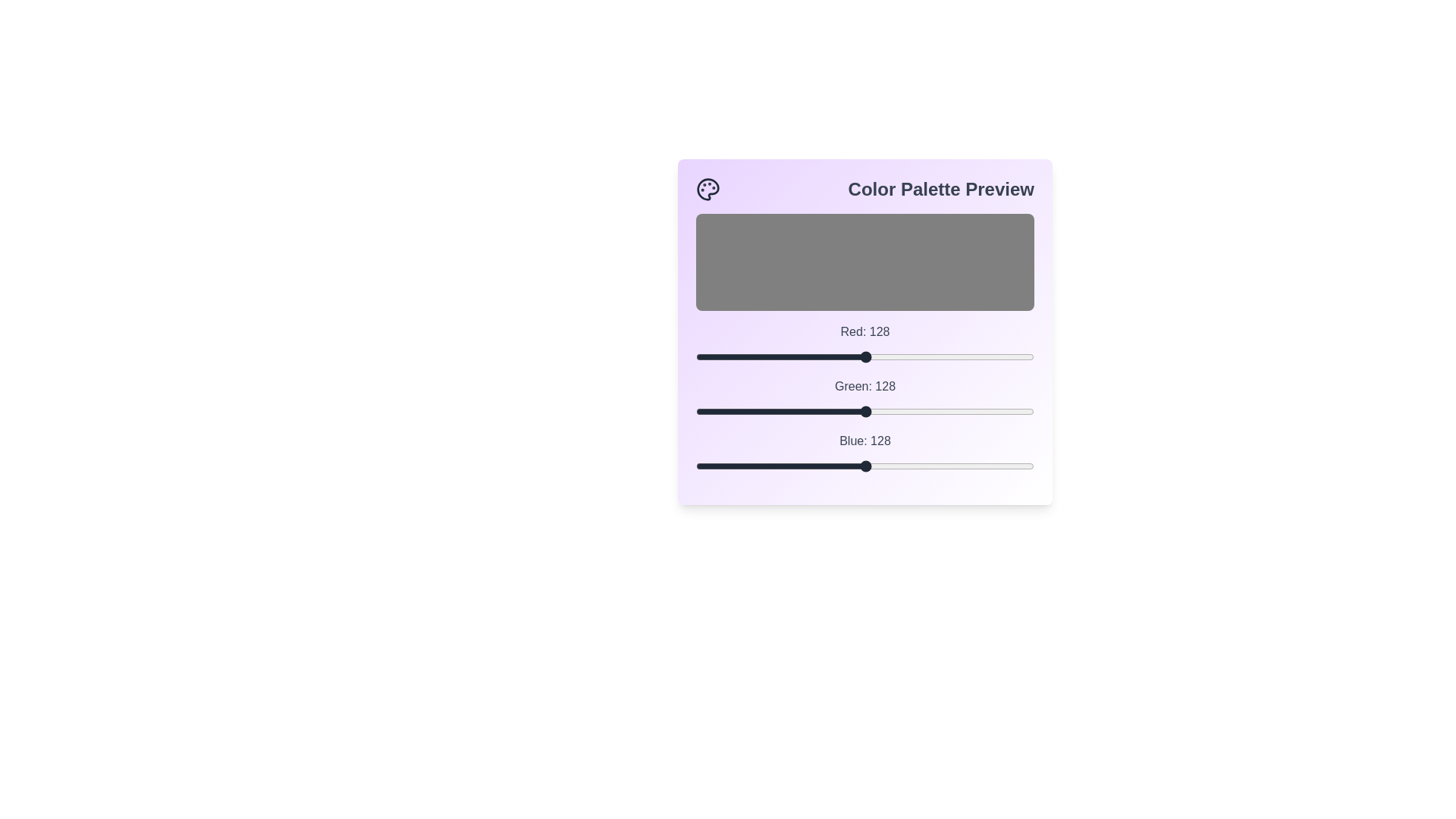 This screenshot has width=1456, height=819. I want to click on the blue color value, so click(860, 465).